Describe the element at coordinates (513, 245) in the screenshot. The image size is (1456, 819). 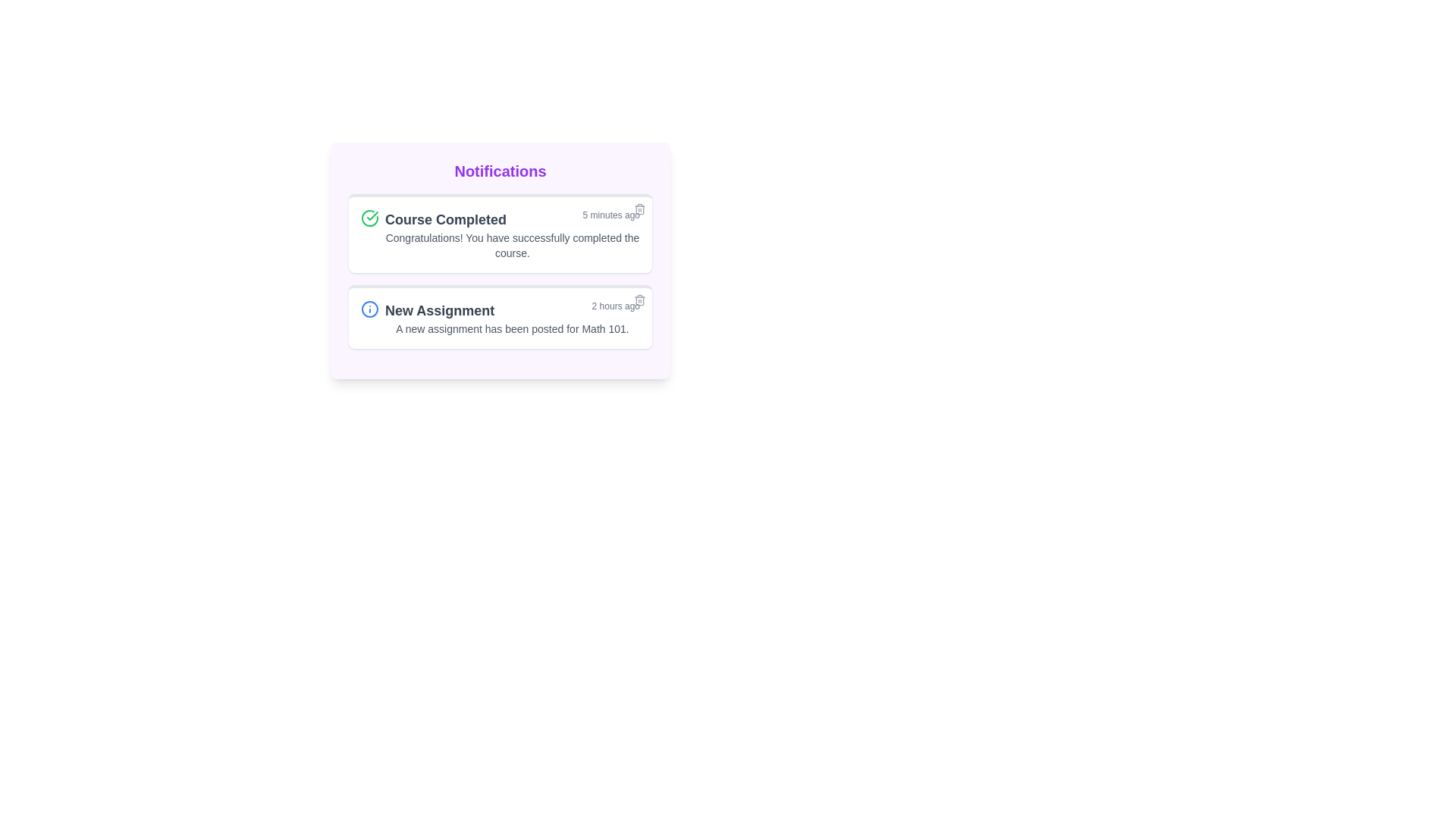
I see `message displayed in the textual notification line that says, 'Congratulations! You have successfully completed the course.'` at that location.